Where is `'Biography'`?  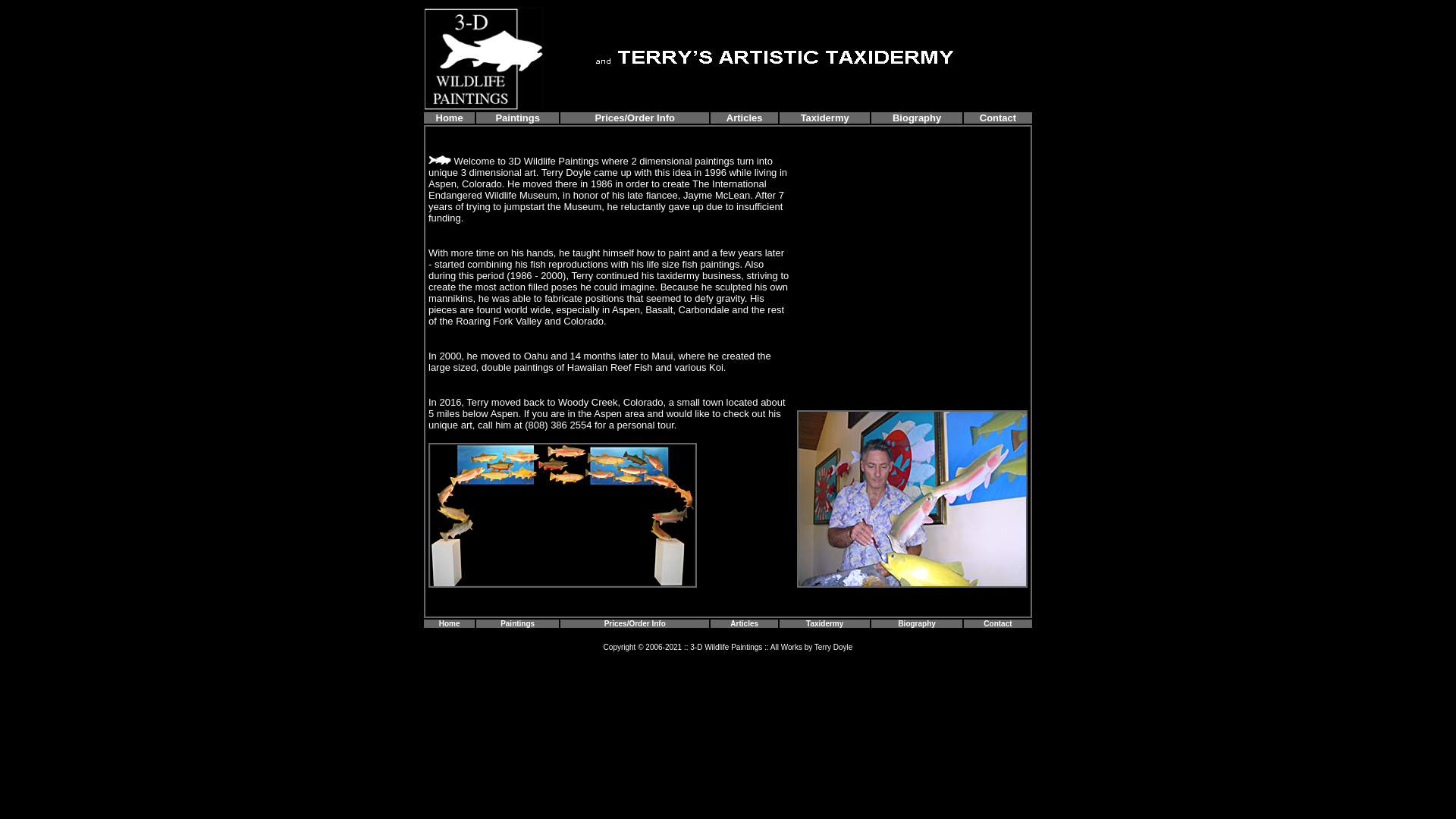
'Biography' is located at coordinates (916, 117).